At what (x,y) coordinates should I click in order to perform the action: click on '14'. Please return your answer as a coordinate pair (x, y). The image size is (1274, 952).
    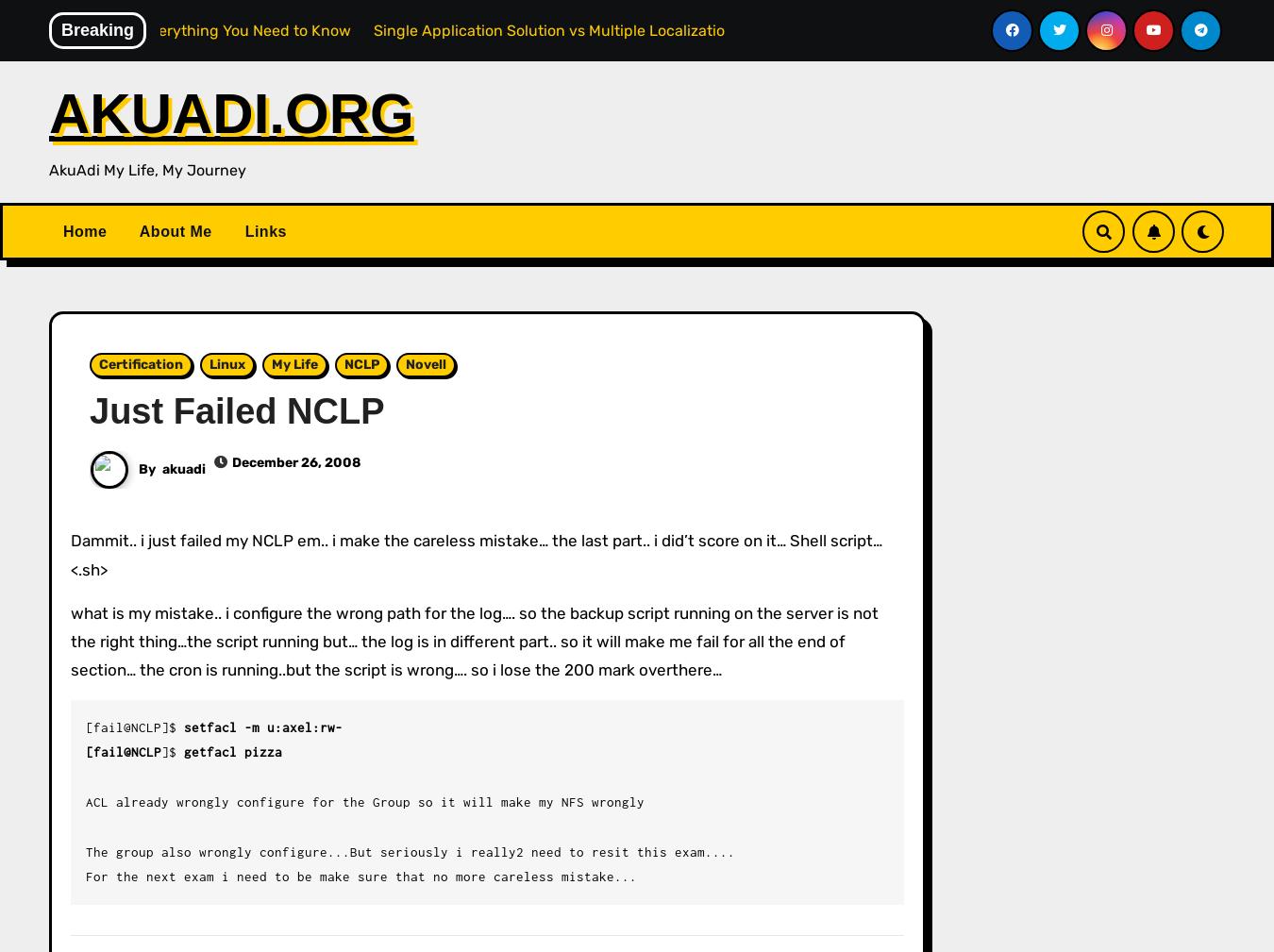
    Looking at the image, I should click on (1031, 310).